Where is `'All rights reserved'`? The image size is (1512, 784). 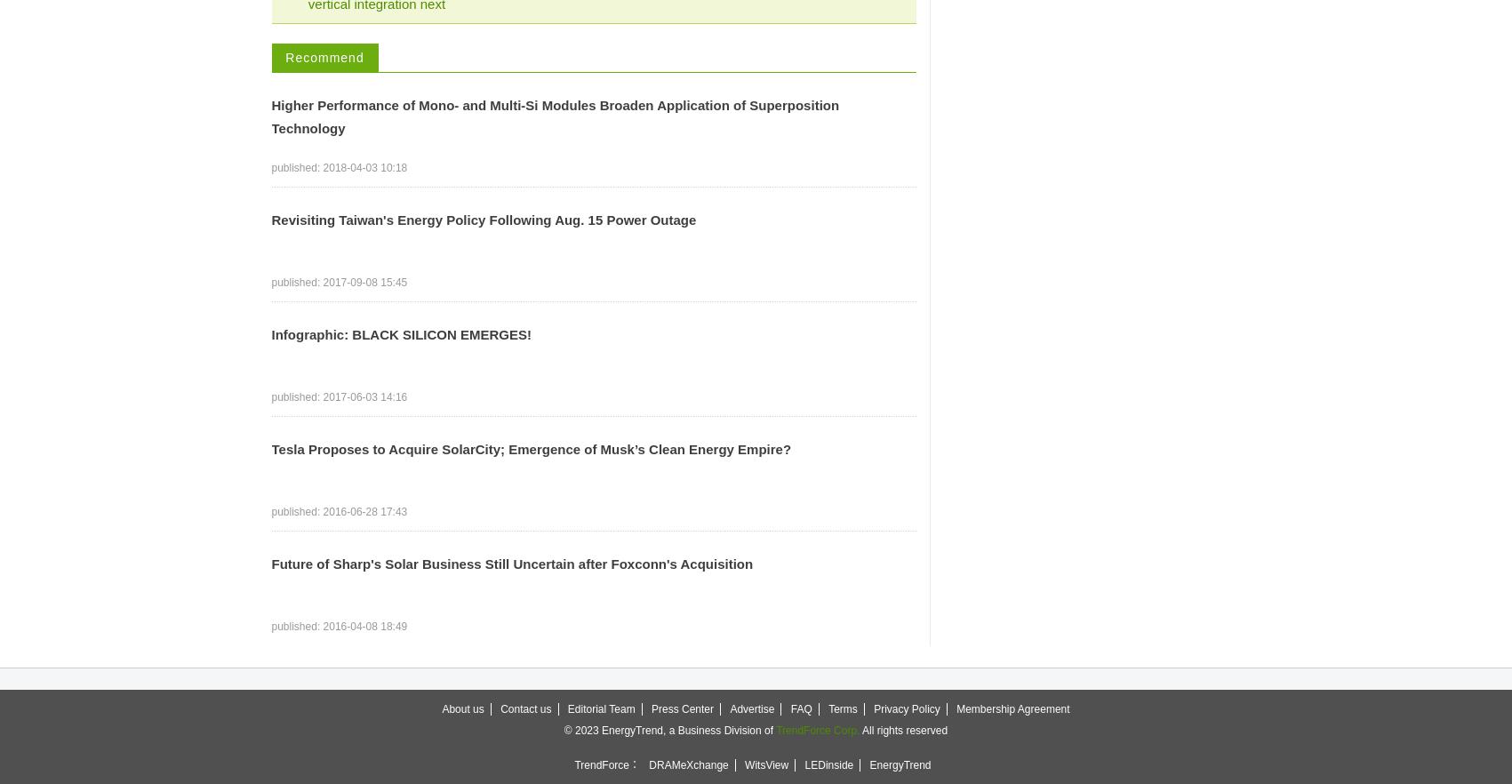 'All rights reserved' is located at coordinates (903, 731).